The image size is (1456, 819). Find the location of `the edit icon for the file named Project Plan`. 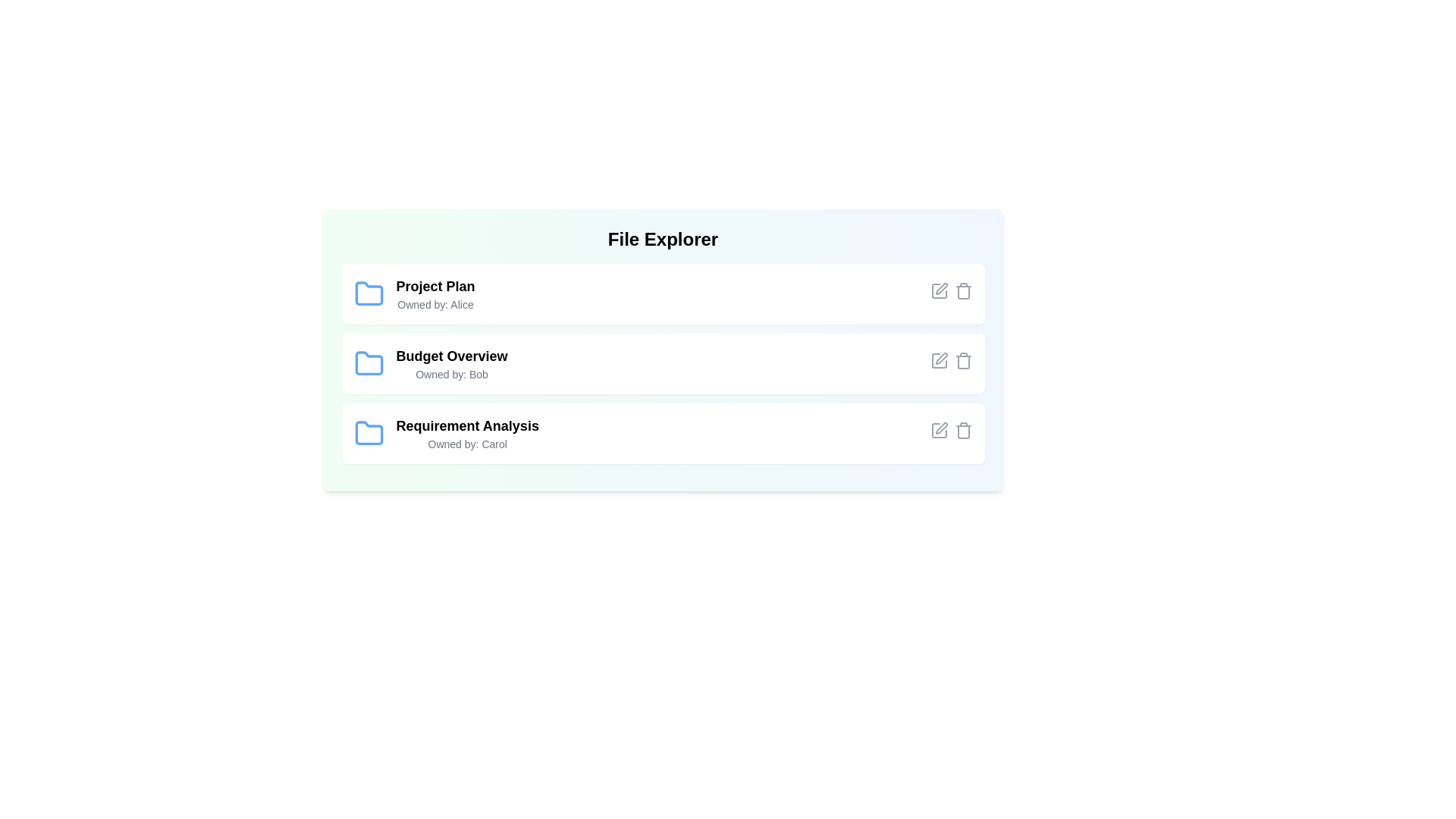

the edit icon for the file named Project Plan is located at coordinates (938, 291).